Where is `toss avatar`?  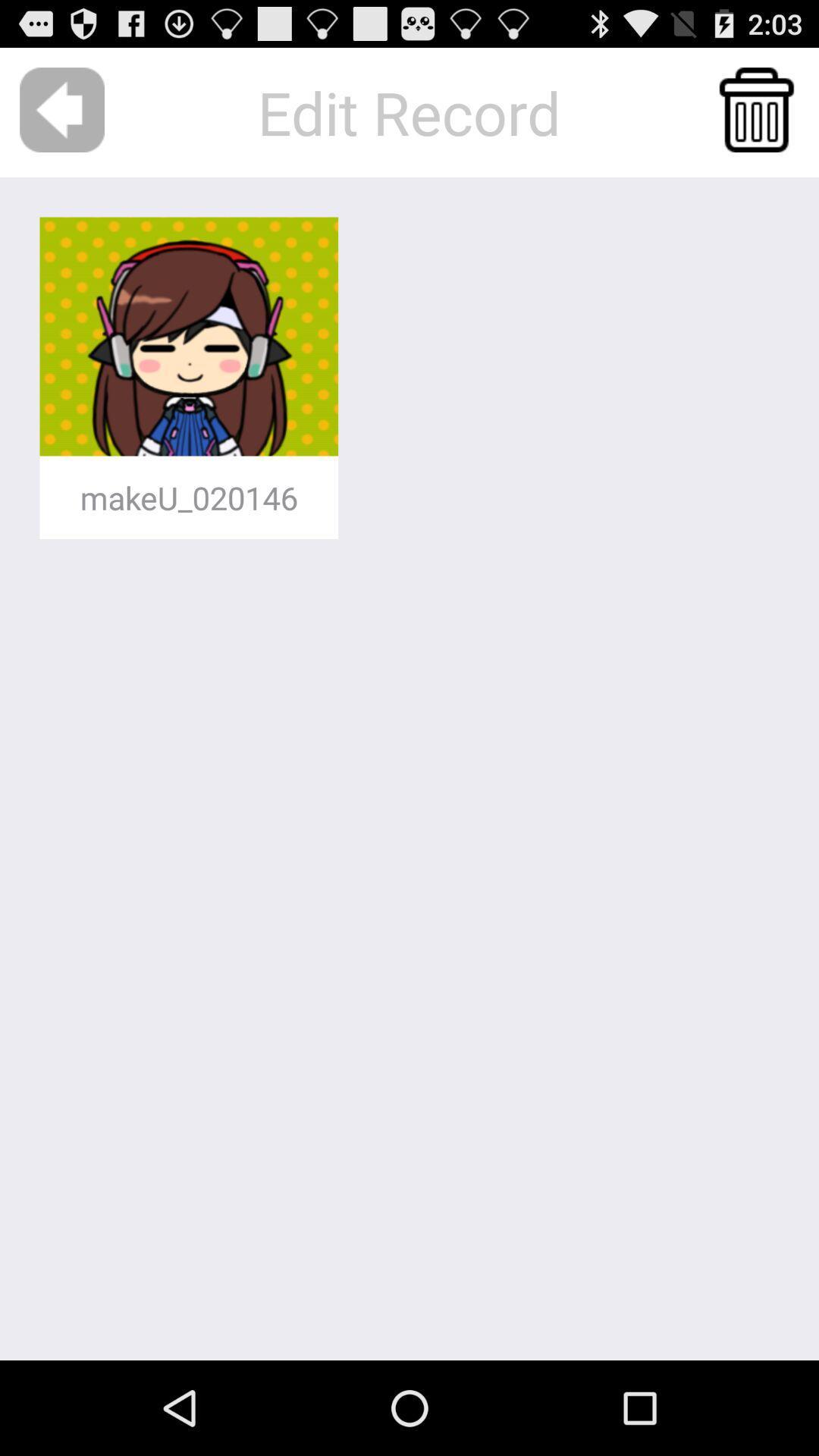
toss avatar is located at coordinates (756, 109).